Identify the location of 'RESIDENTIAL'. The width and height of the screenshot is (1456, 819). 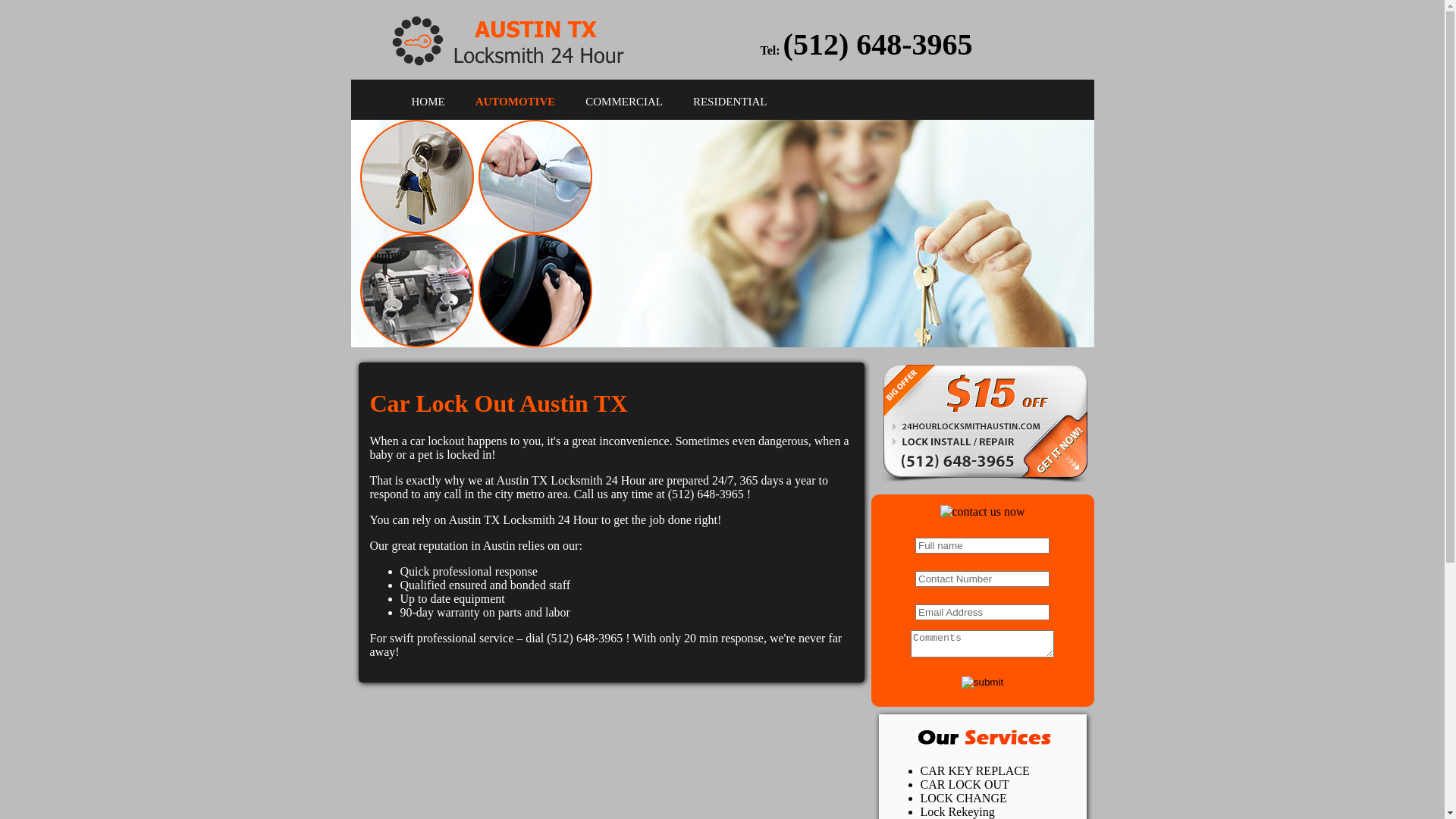
(730, 102).